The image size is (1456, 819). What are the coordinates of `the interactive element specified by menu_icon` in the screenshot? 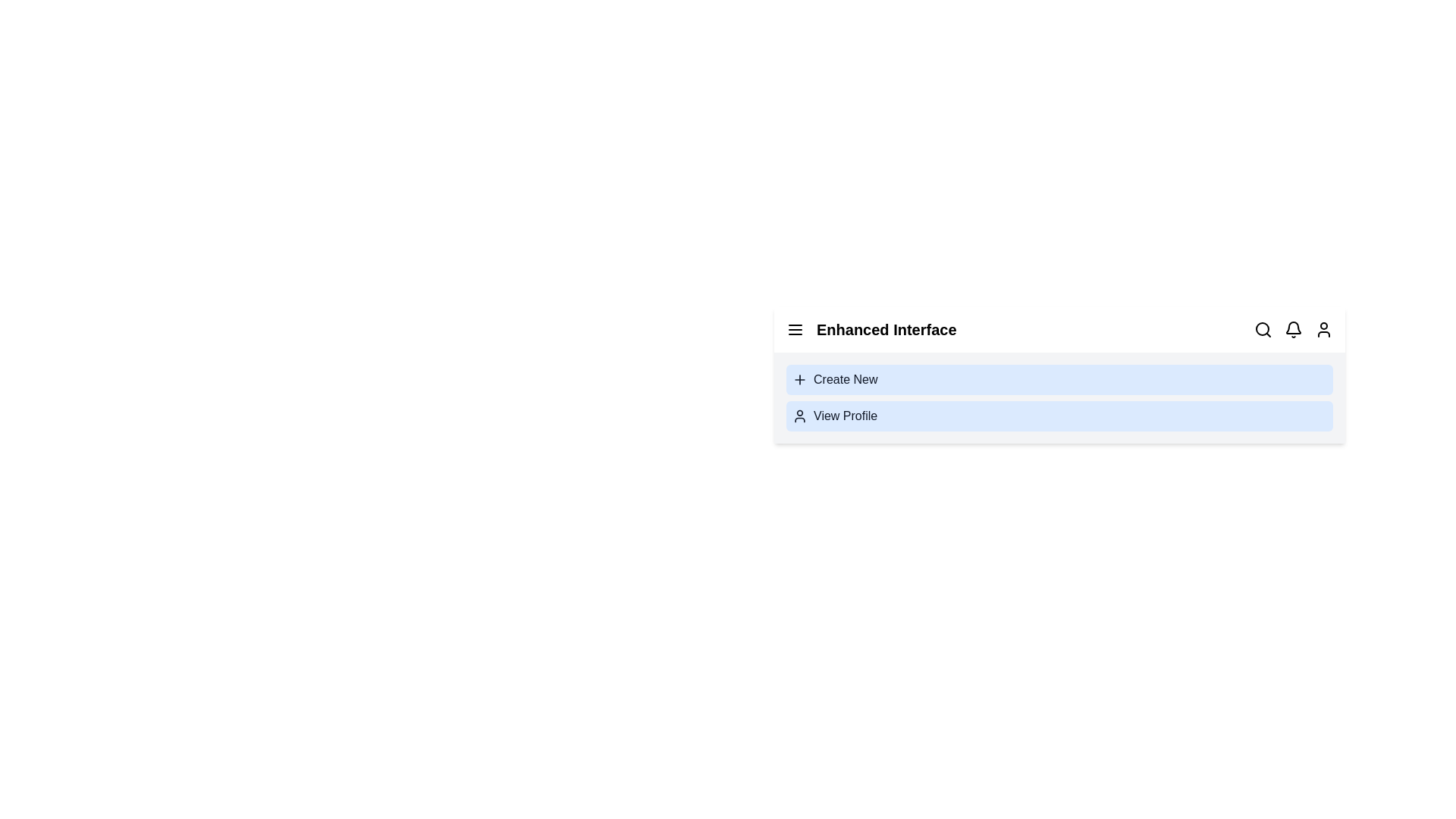 It's located at (795, 329).